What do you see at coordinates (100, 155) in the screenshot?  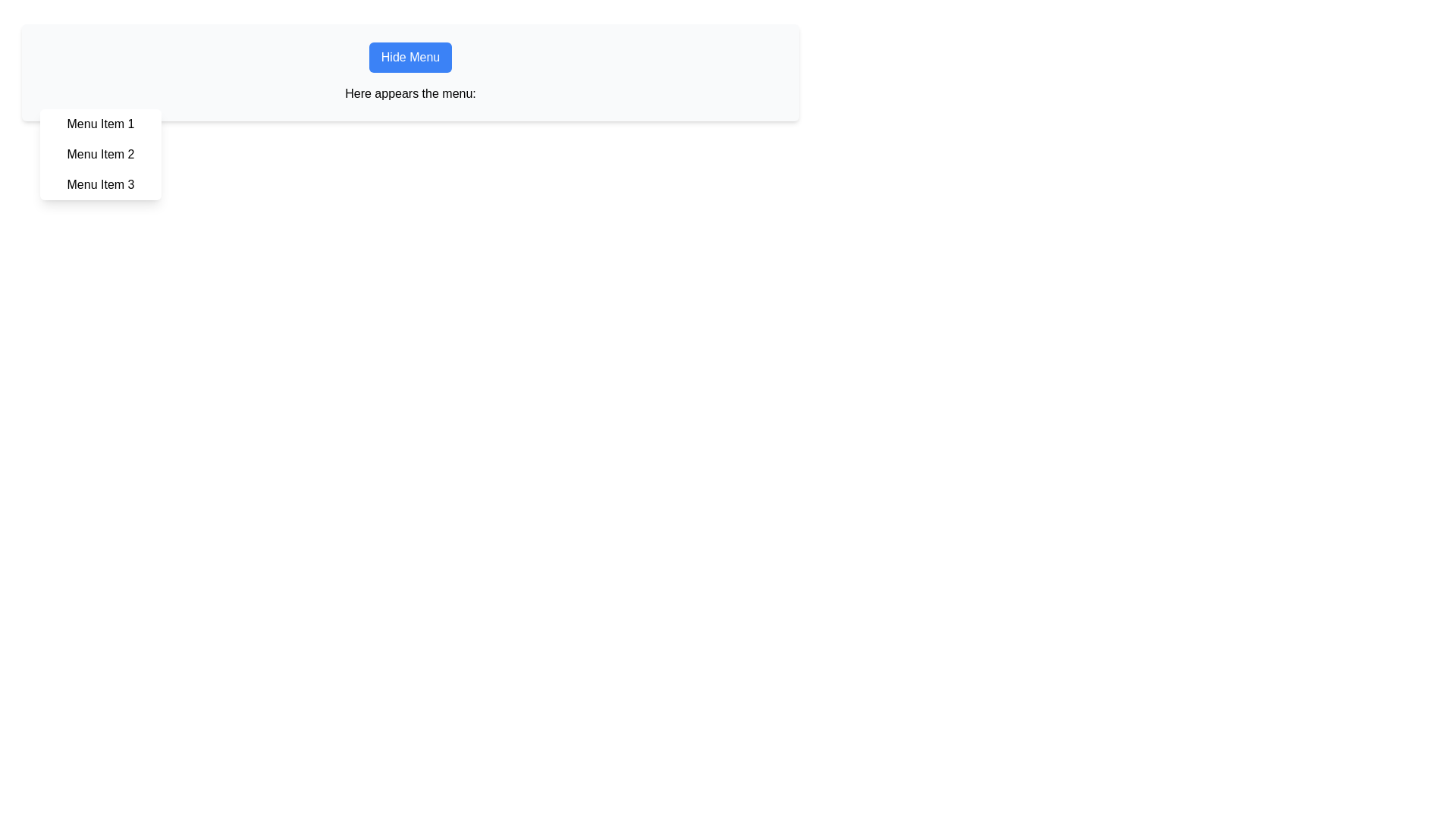 I see `the second item in the vertical menu list, located below 'Menu Item 1' and above 'Menu Item 3'` at bounding box center [100, 155].